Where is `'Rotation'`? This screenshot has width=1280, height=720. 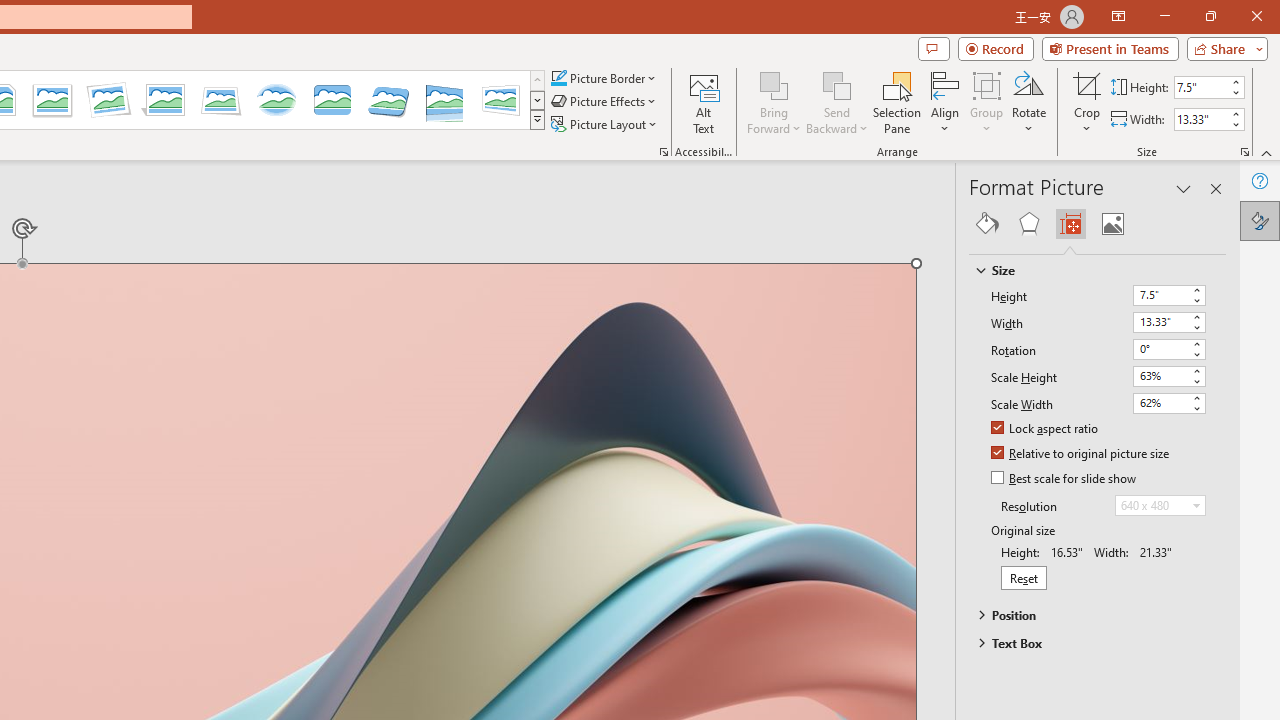 'Rotation' is located at coordinates (1160, 347).